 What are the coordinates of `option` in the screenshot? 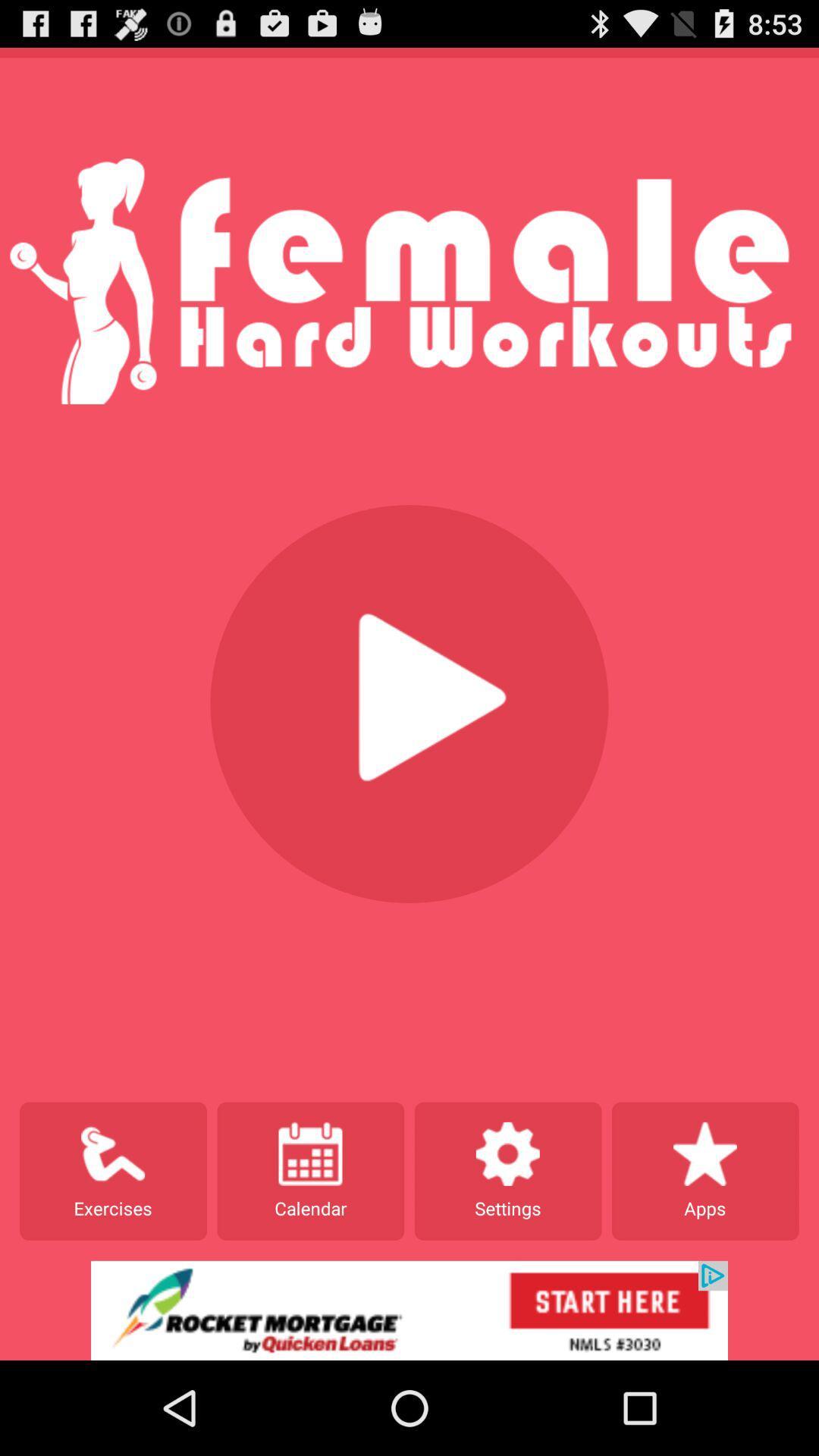 It's located at (409, 703).